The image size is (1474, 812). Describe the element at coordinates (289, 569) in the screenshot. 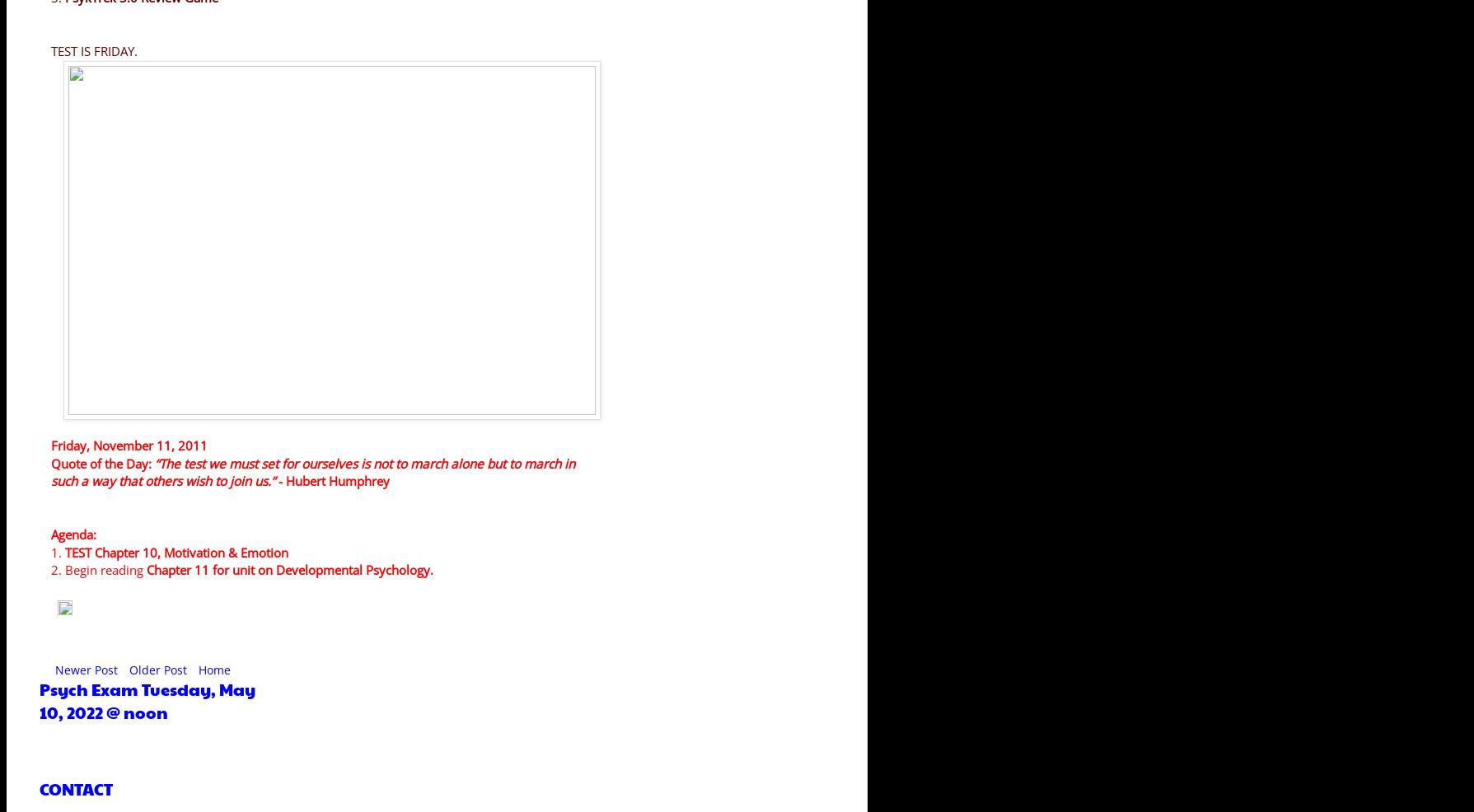

I see `'Chapter 11 for unit on Developmental Psychology.'` at that location.